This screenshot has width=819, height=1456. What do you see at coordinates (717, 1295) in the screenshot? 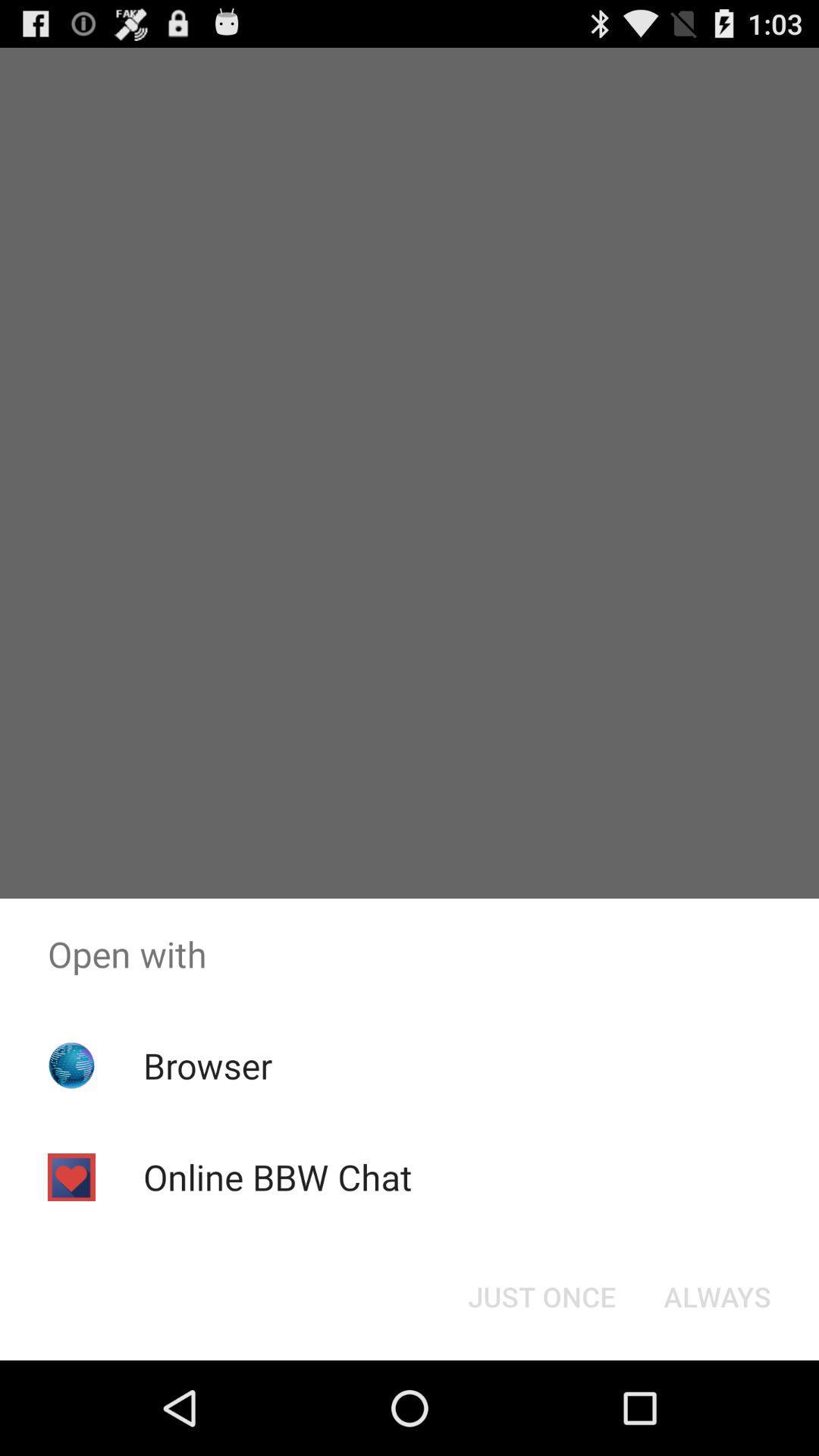
I see `the app below open with` at bounding box center [717, 1295].